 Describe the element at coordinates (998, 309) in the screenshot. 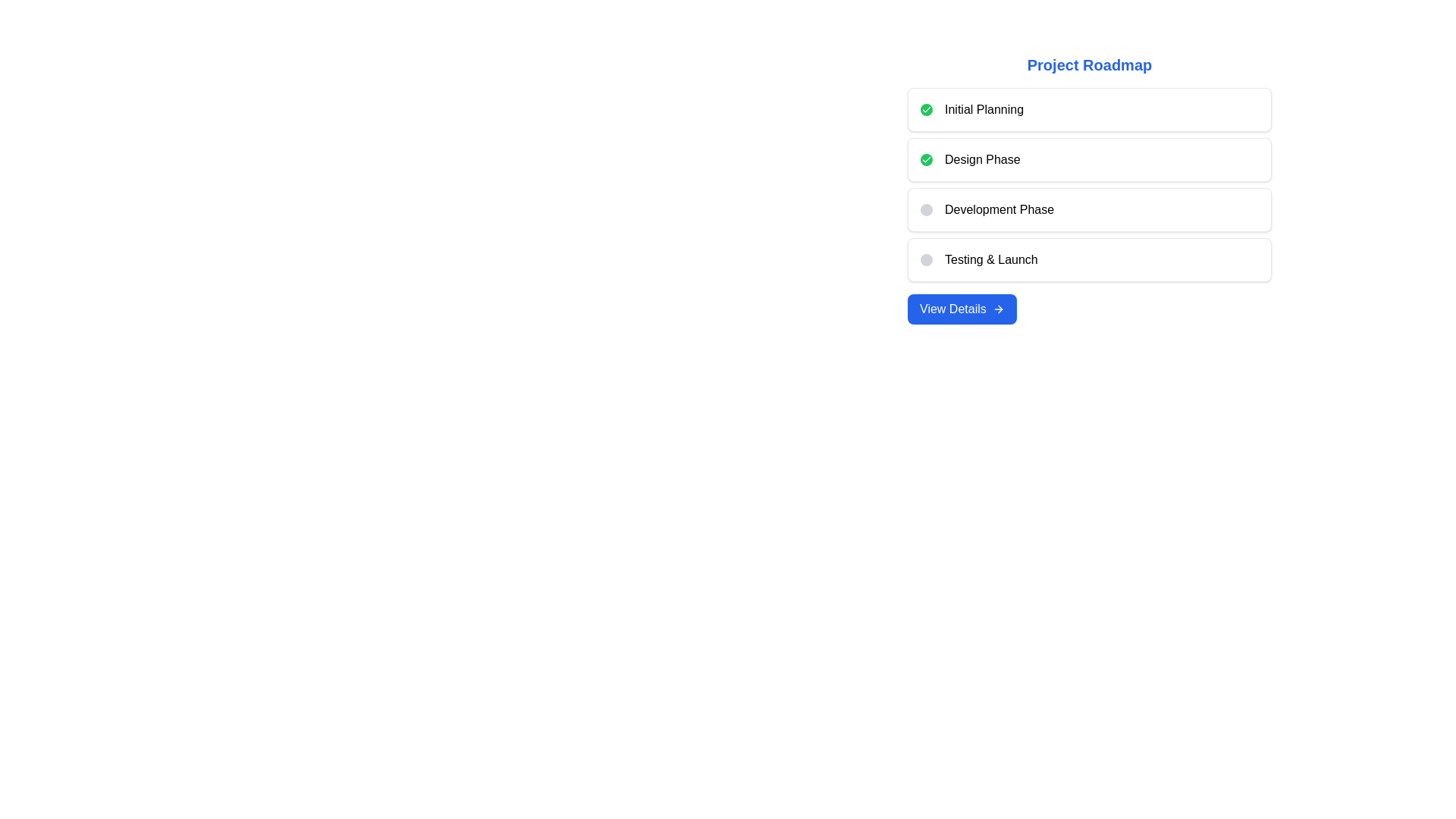

I see `the arrow icon indicating a forward action next to the 'View Details' button` at that location.